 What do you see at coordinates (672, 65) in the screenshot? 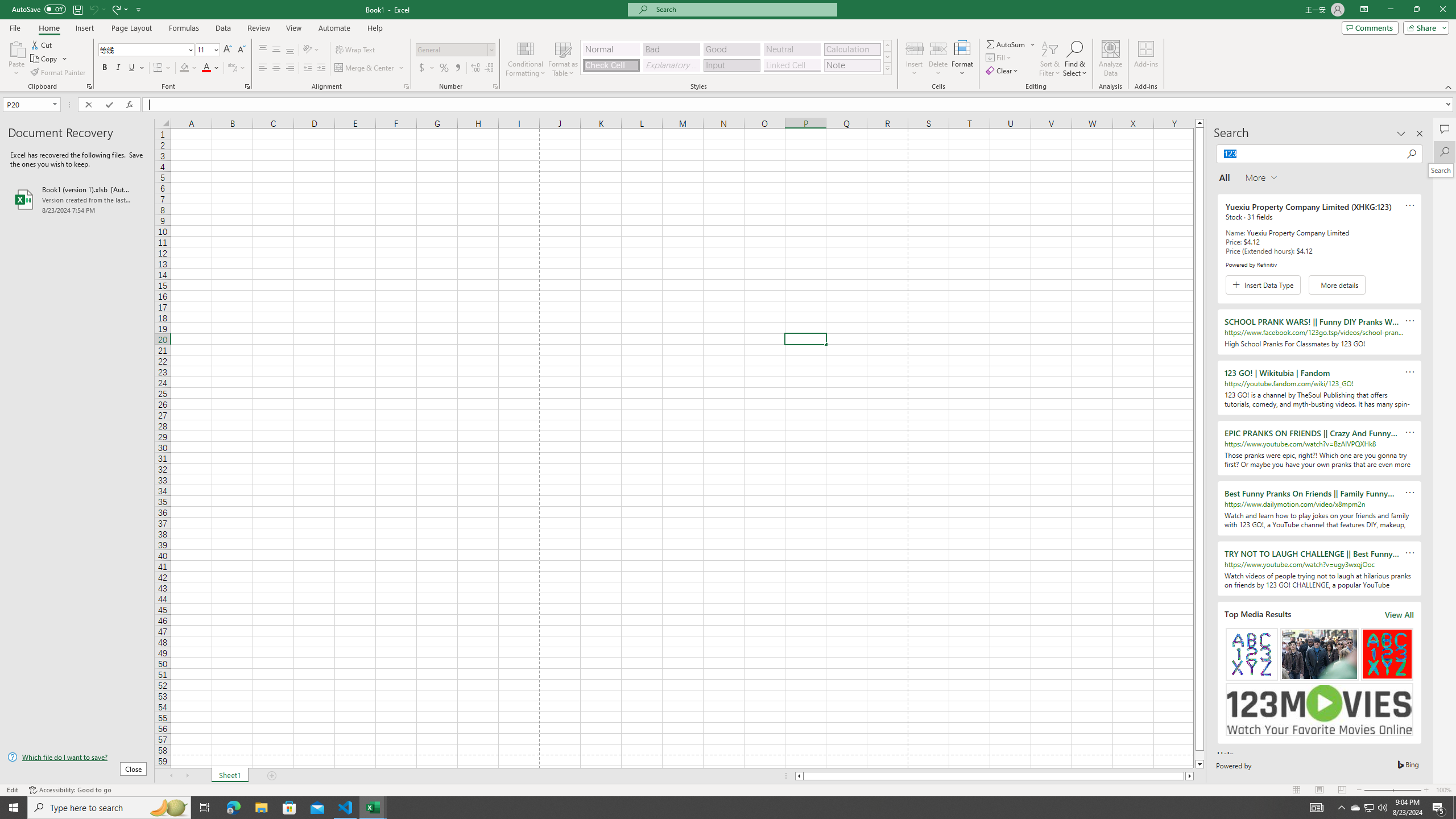
I see `'Explanatory Text'` at bounding box center [672, 65].